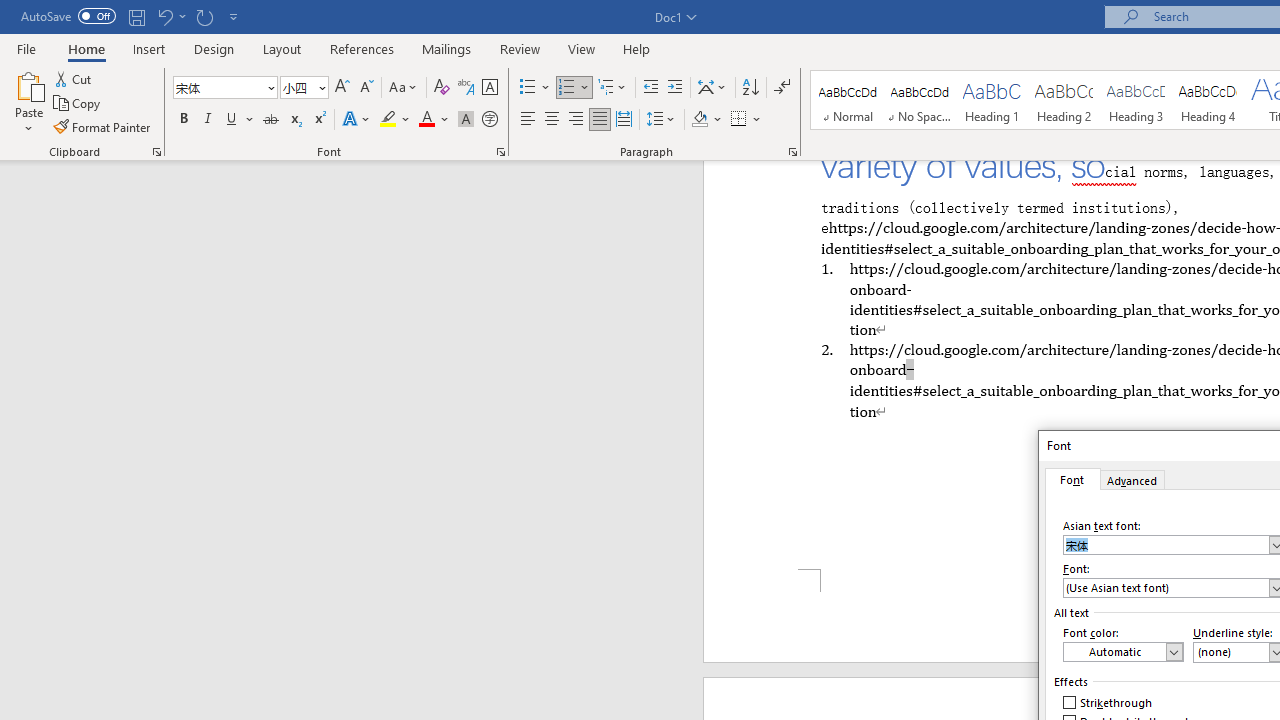 This screenshot has height=720, width=1280. I want to click on 'Paste', so click(28, 84).